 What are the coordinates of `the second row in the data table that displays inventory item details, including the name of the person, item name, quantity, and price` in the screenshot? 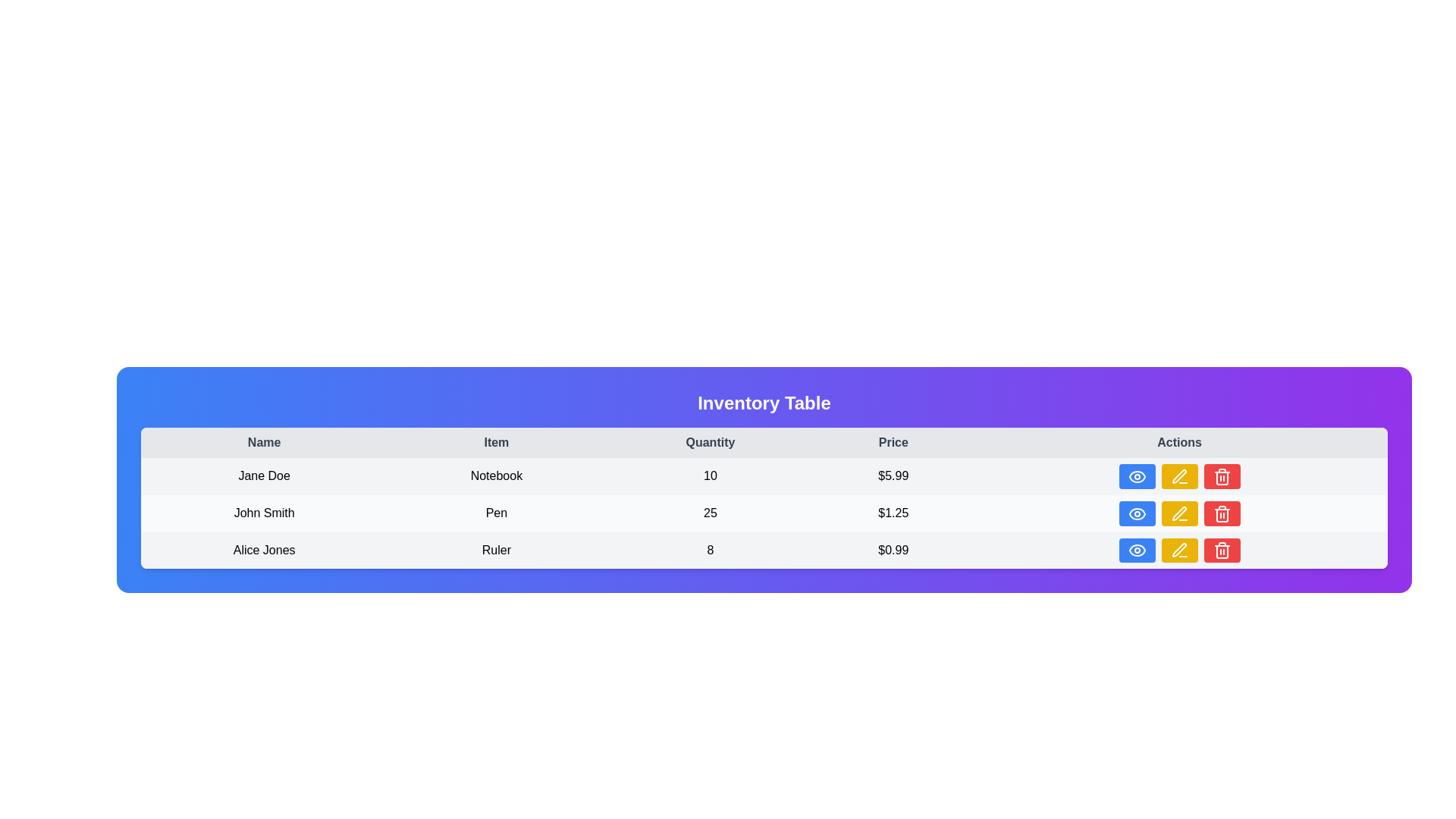 It's located at (764, 513).